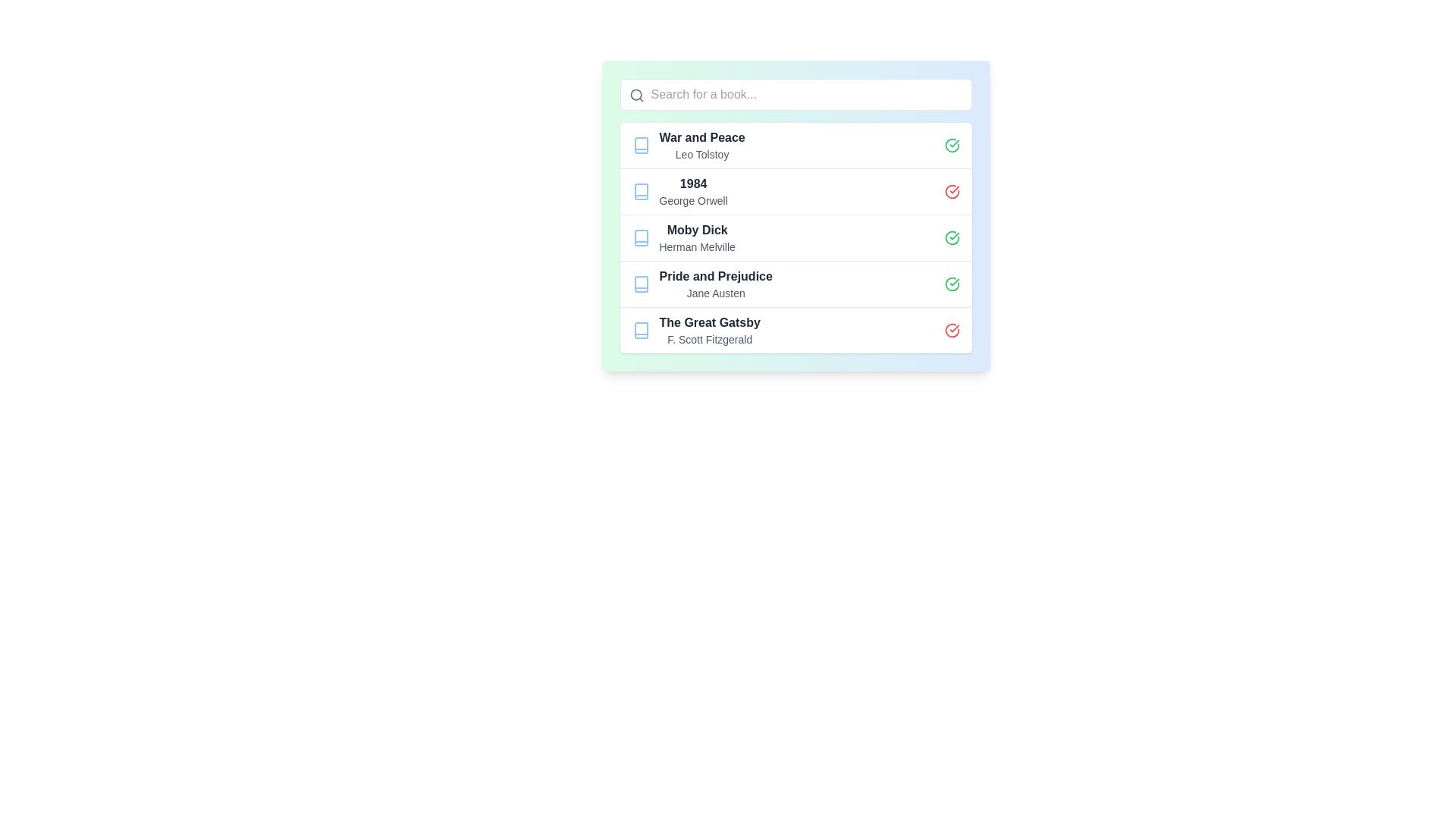  Describe the element at coordinates (951, 146) in the screenshot. I see `the green circular status icon that is adjacent to the text 'War and Peace' at the top of the vertical list` at that location.